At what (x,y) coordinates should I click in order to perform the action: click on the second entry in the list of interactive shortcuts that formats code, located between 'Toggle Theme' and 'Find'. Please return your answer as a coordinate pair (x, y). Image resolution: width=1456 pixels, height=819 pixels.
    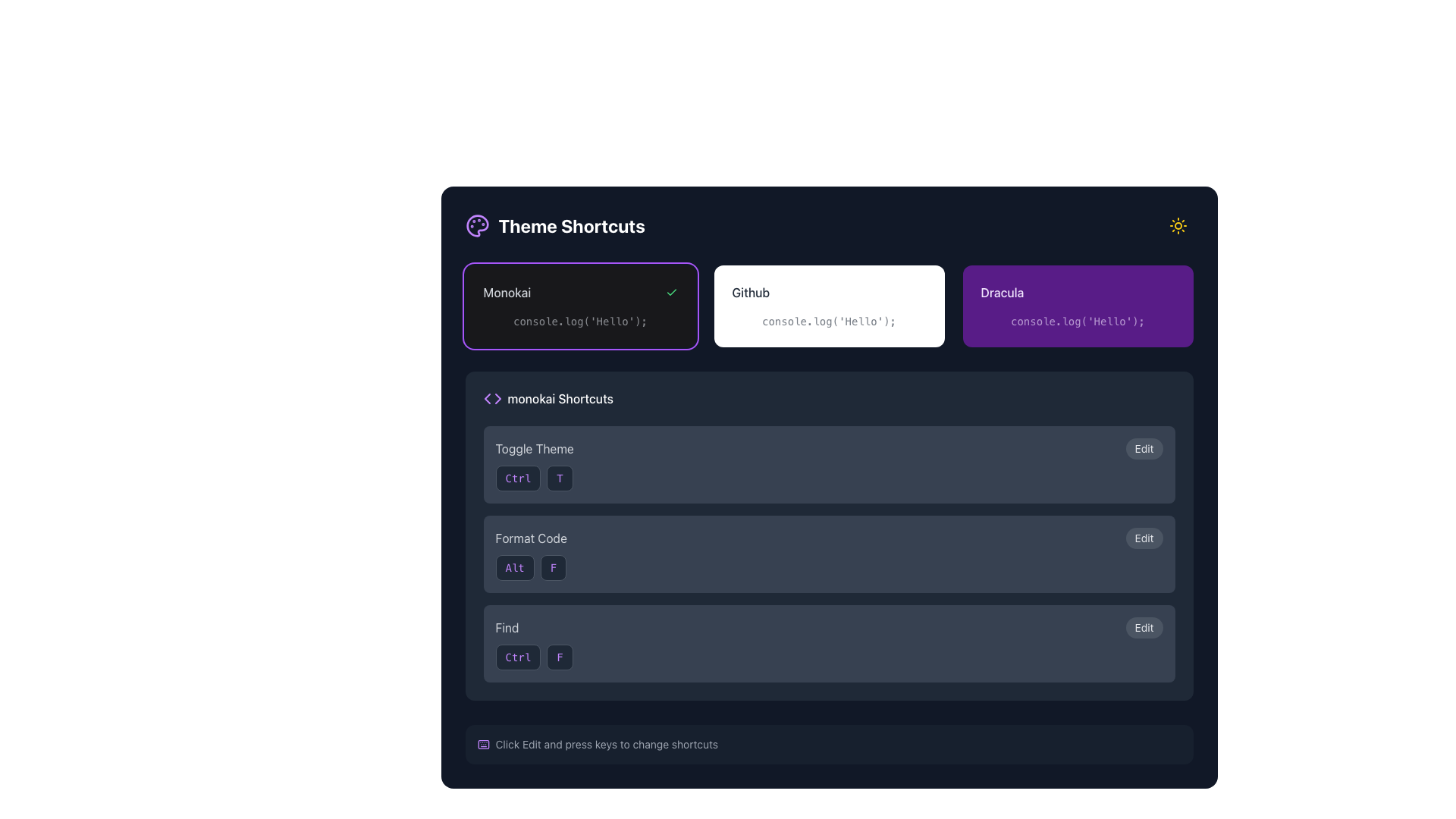
    Looking at the image, I should click on (828, 554).